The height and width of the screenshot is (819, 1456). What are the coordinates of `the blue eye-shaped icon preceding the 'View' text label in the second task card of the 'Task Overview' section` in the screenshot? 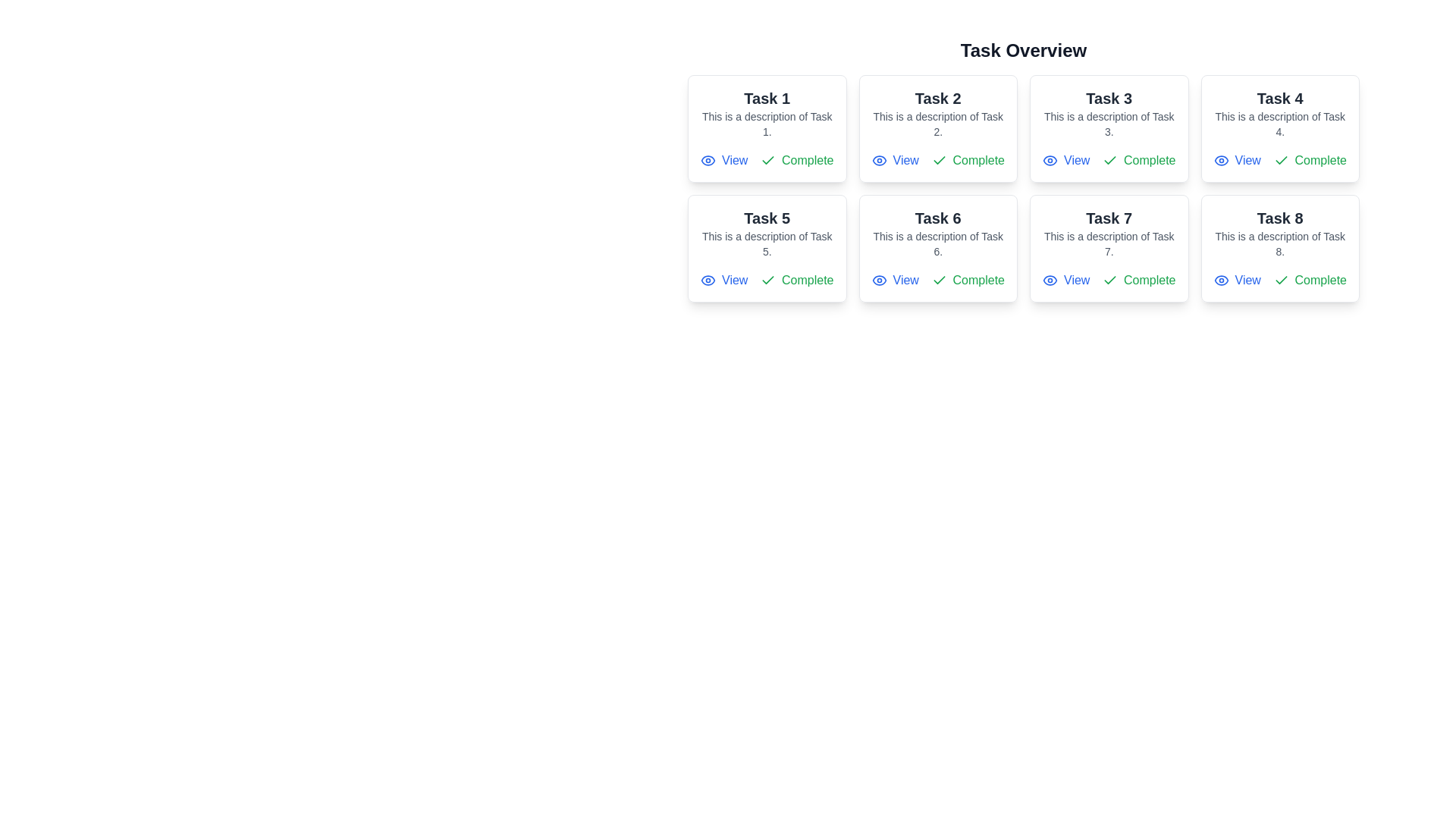 It's located at (879, 161).